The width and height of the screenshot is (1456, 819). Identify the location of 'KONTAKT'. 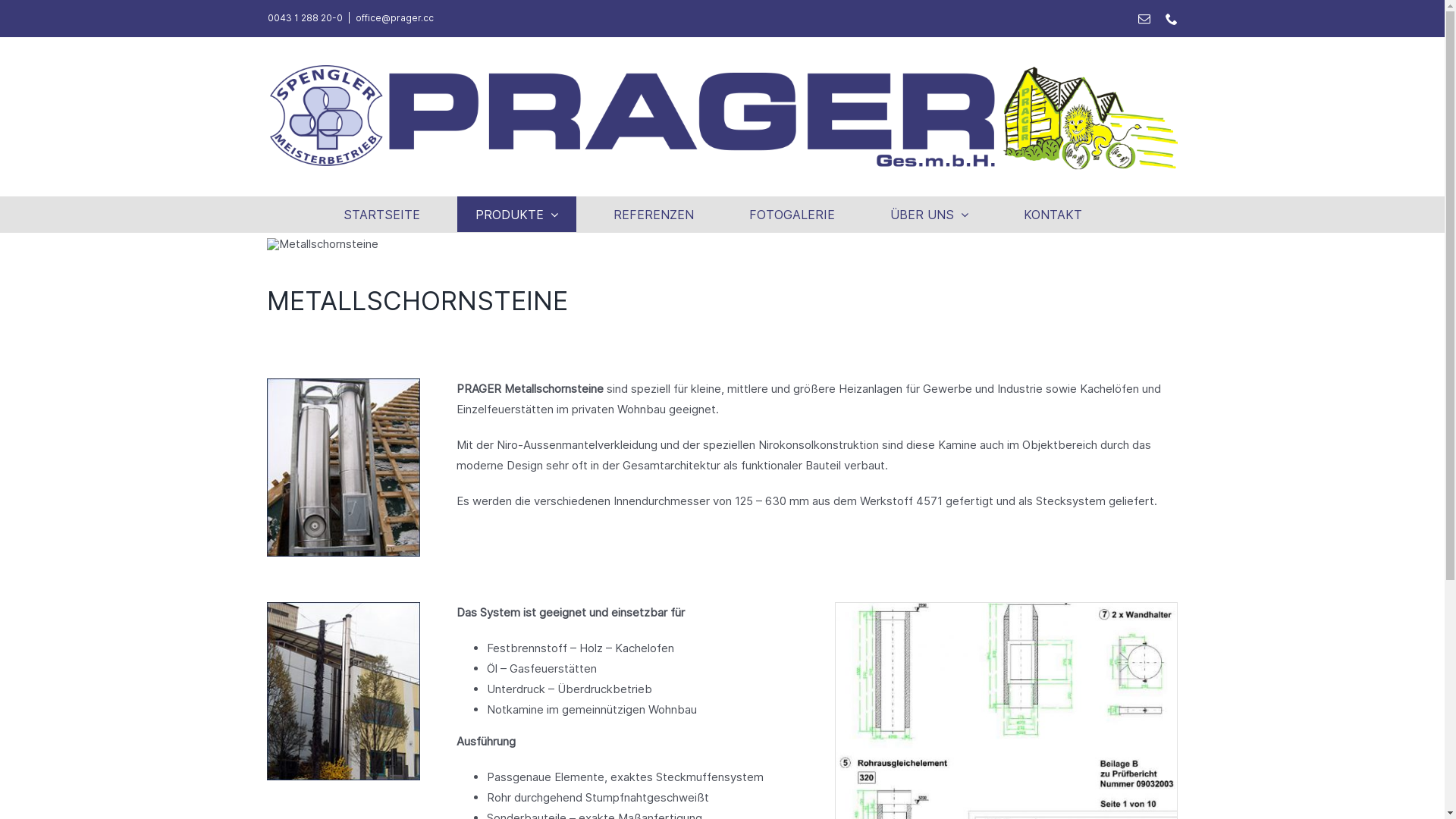
(1052, 214).